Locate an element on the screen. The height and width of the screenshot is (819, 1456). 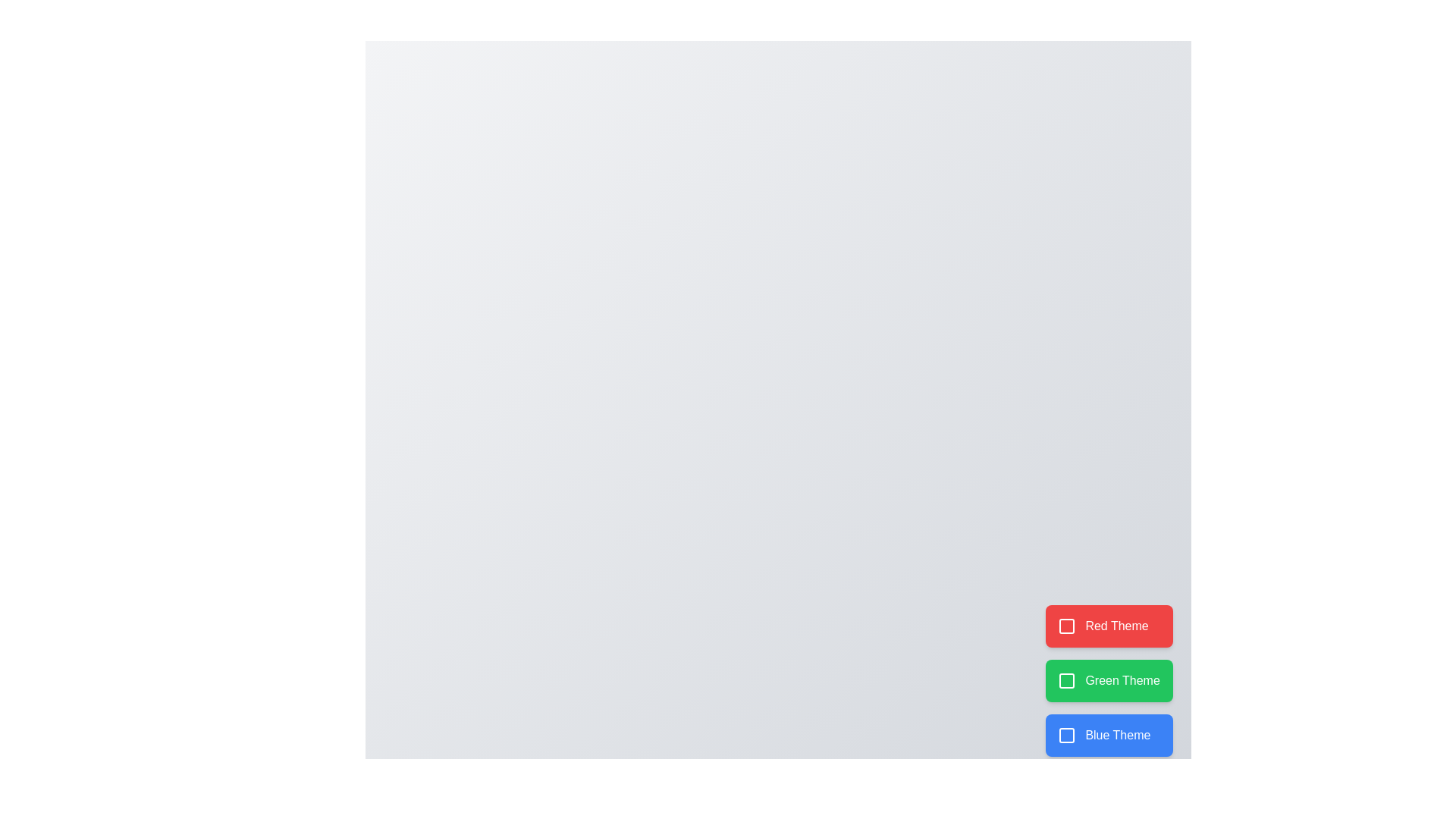
the button corresponding to the selected theme: Green is located at coordinates (1109, 680).